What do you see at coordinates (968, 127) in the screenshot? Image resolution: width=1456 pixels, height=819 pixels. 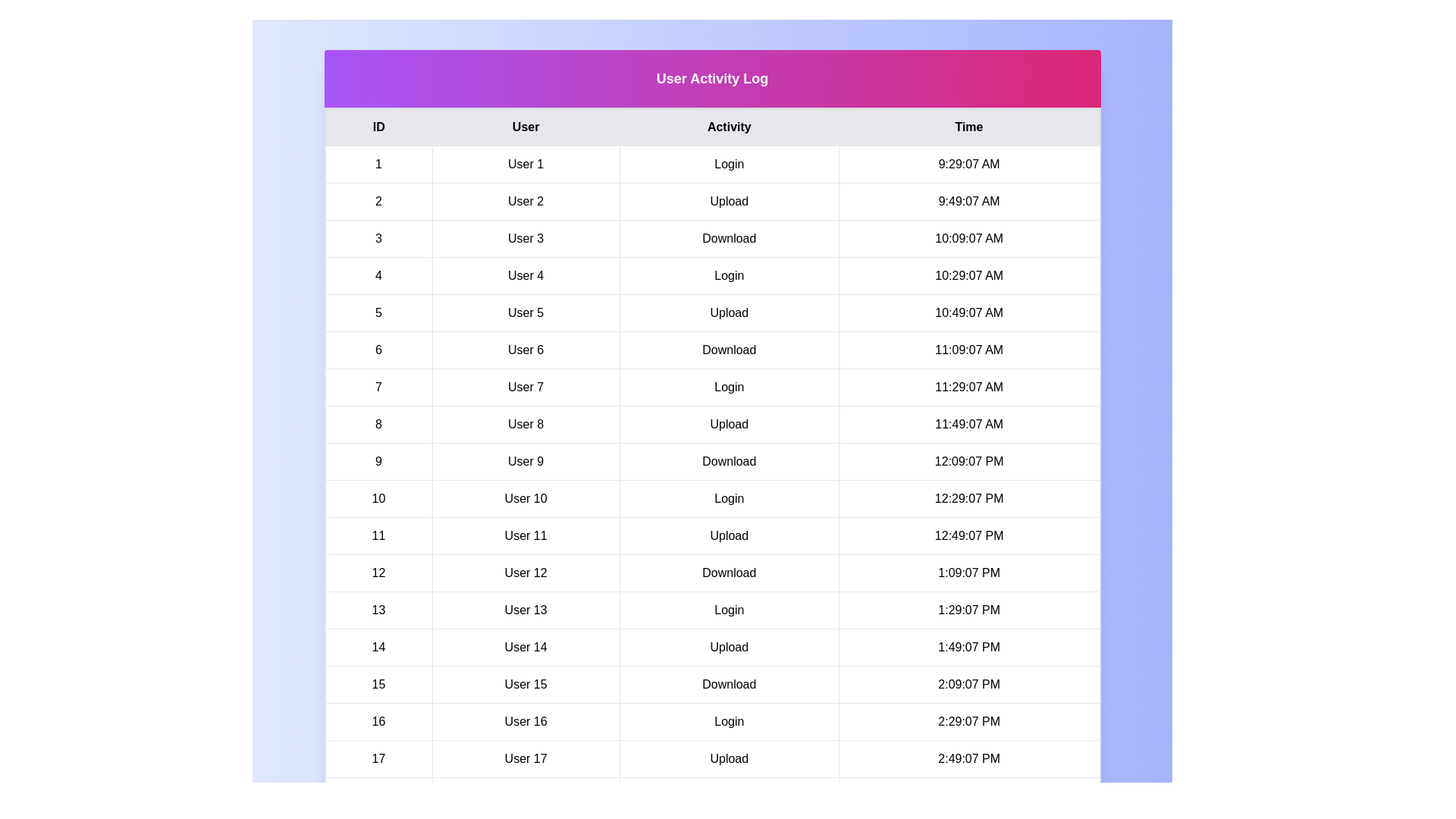 I see `the table header corresponding to the column Time to sort by that column` at bounding box center [968, 127].